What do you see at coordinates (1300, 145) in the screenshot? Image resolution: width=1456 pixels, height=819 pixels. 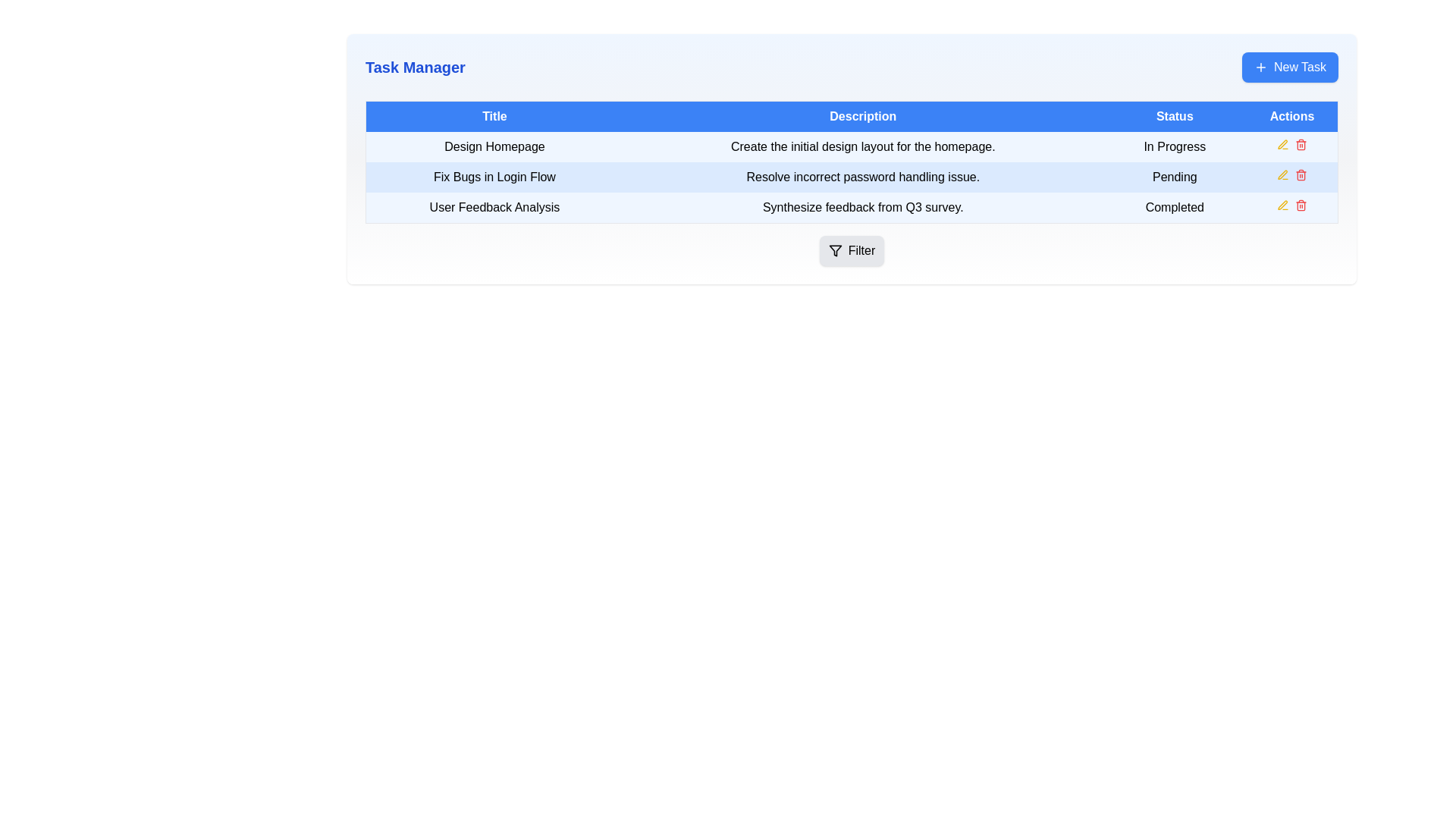 I see `the delete button (trash can icon) located in the 'Actions' column of the table for the task 'Design Homepage'` at bounding box center [1300, 145].